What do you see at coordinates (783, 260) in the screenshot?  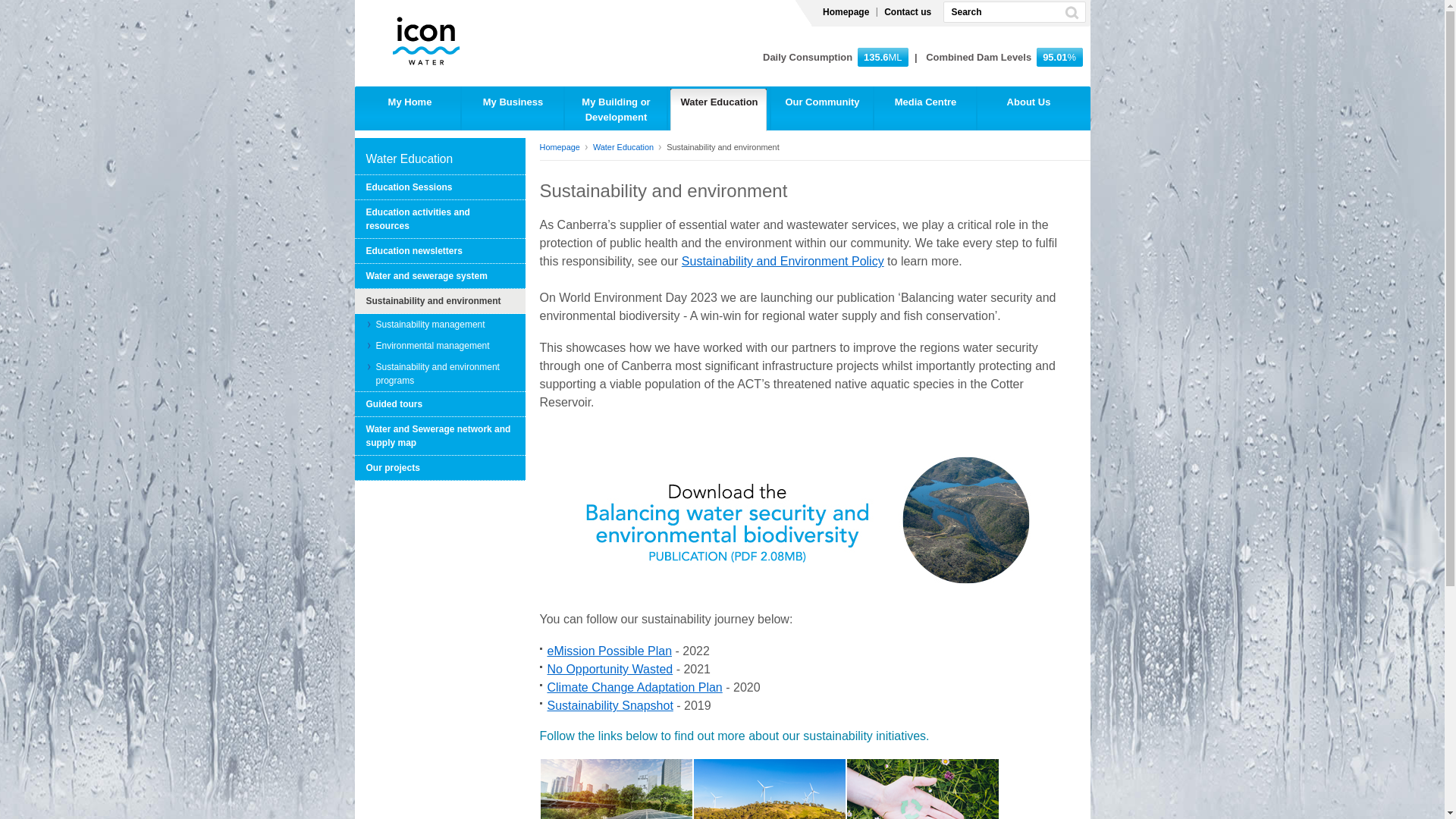 I see `'Sustainability and Environment Policy'` at bounding box center [783, 260].